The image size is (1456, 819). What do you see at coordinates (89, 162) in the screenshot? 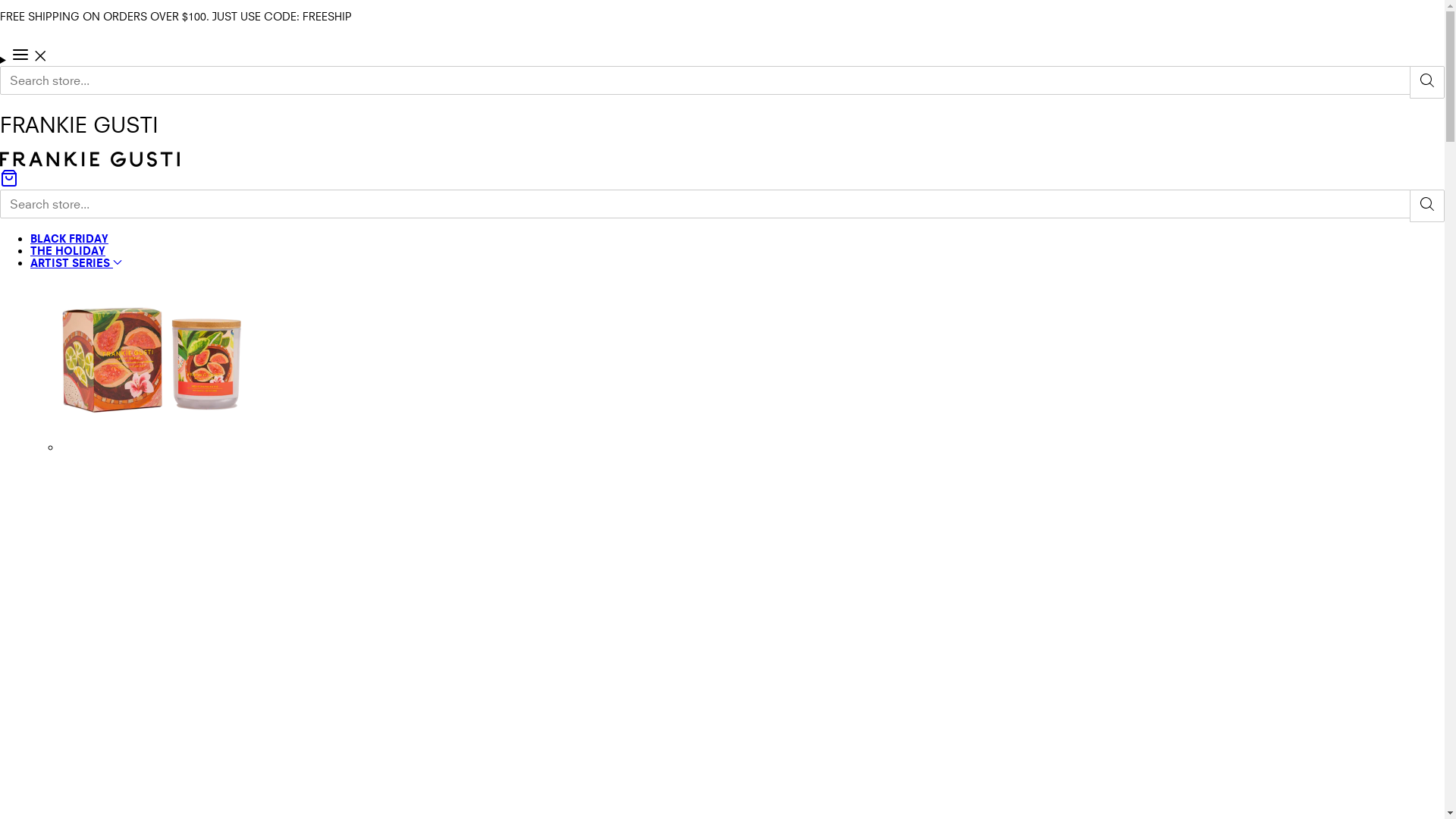
I see `'FRANKIE GUSTI'` at bounding box center [89, 162].